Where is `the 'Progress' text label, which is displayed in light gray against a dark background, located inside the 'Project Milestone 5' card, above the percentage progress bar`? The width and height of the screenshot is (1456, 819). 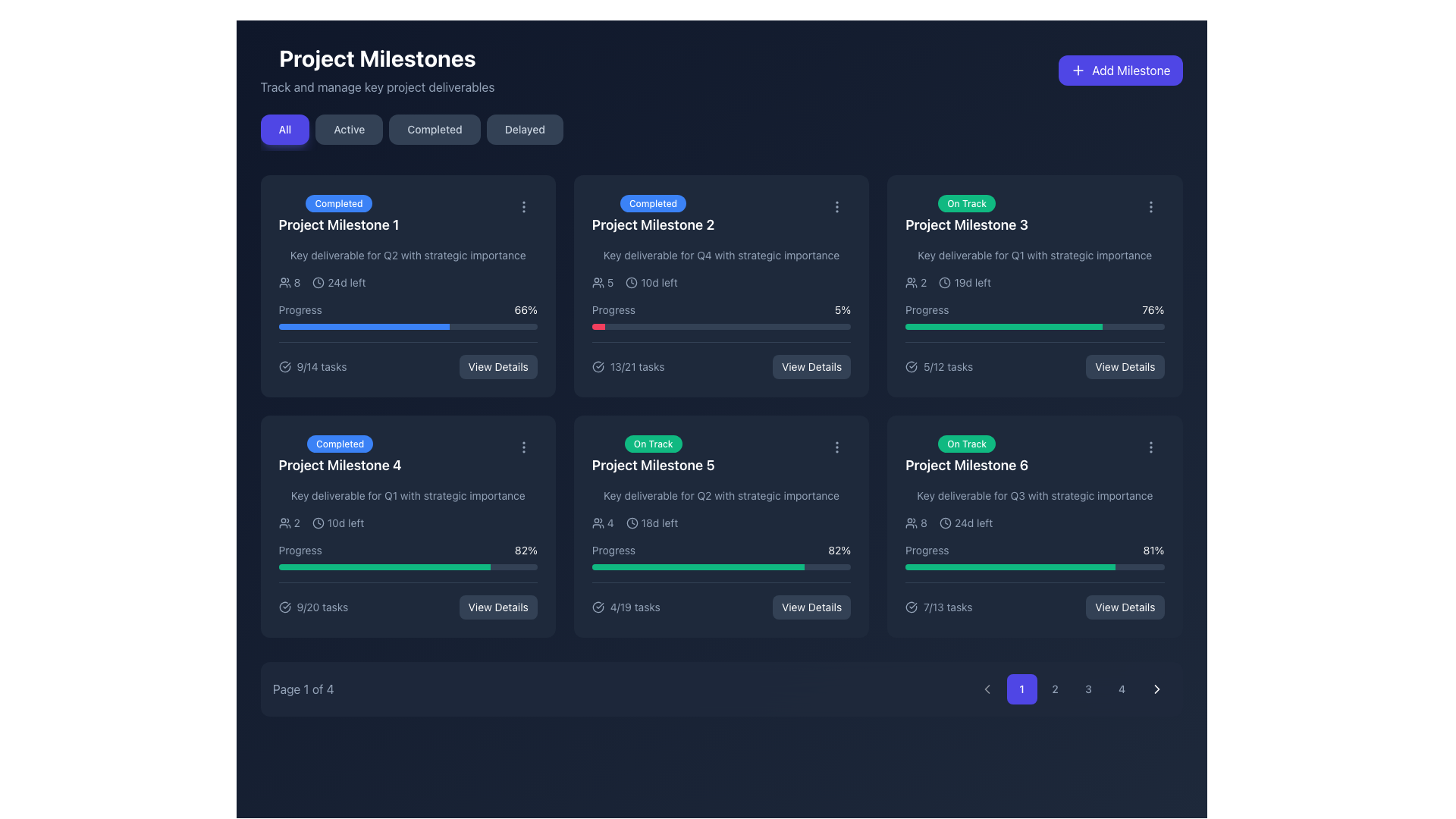 the 'Progress' text label, which is displayed in light gray against a dark background, located inside the 'Project Milestone 5' card, above the percentage progress bar is located at coordinates (613, 550).